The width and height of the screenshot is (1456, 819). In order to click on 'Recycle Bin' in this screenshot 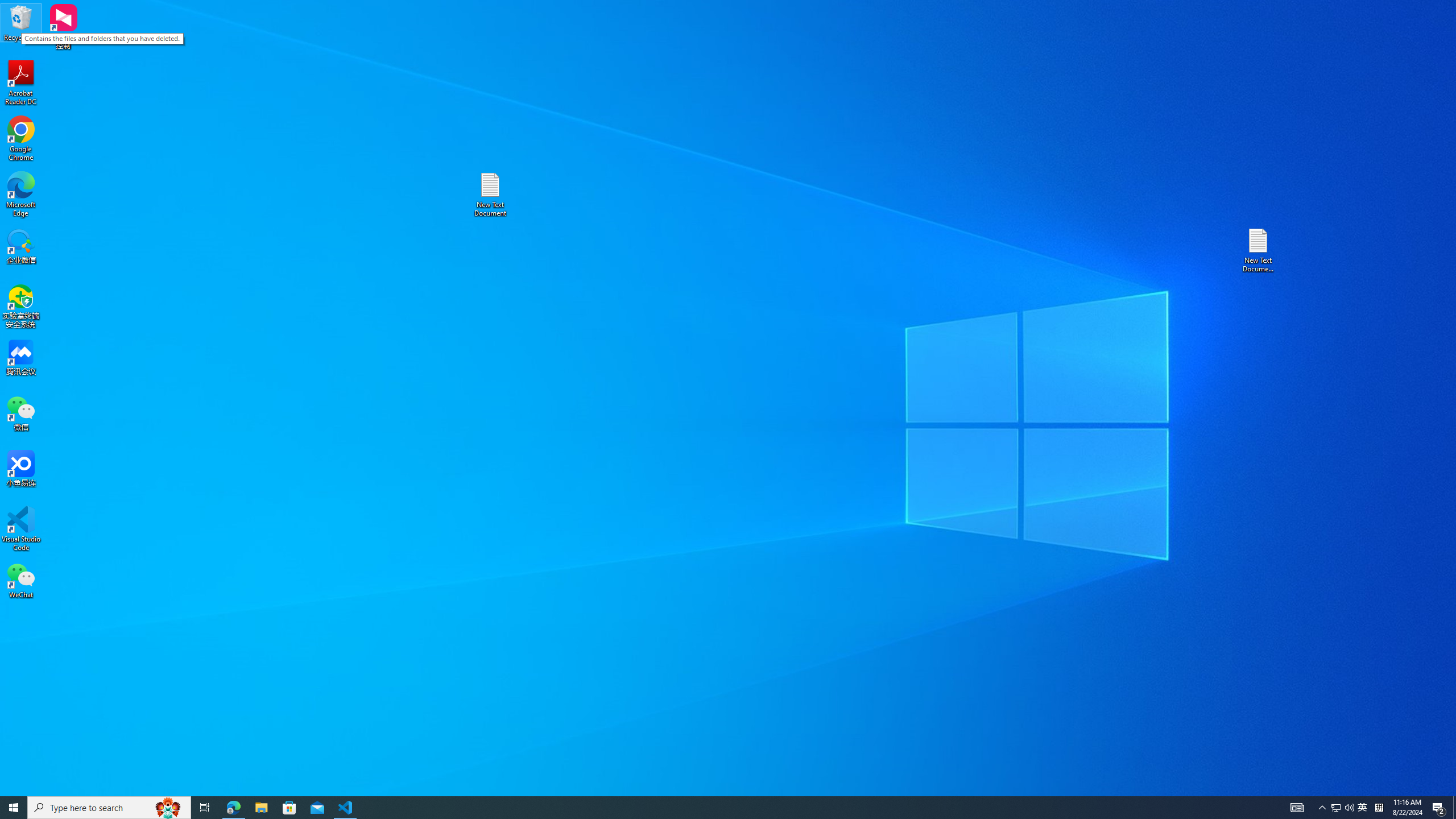, I will do `click(20, 22)`.